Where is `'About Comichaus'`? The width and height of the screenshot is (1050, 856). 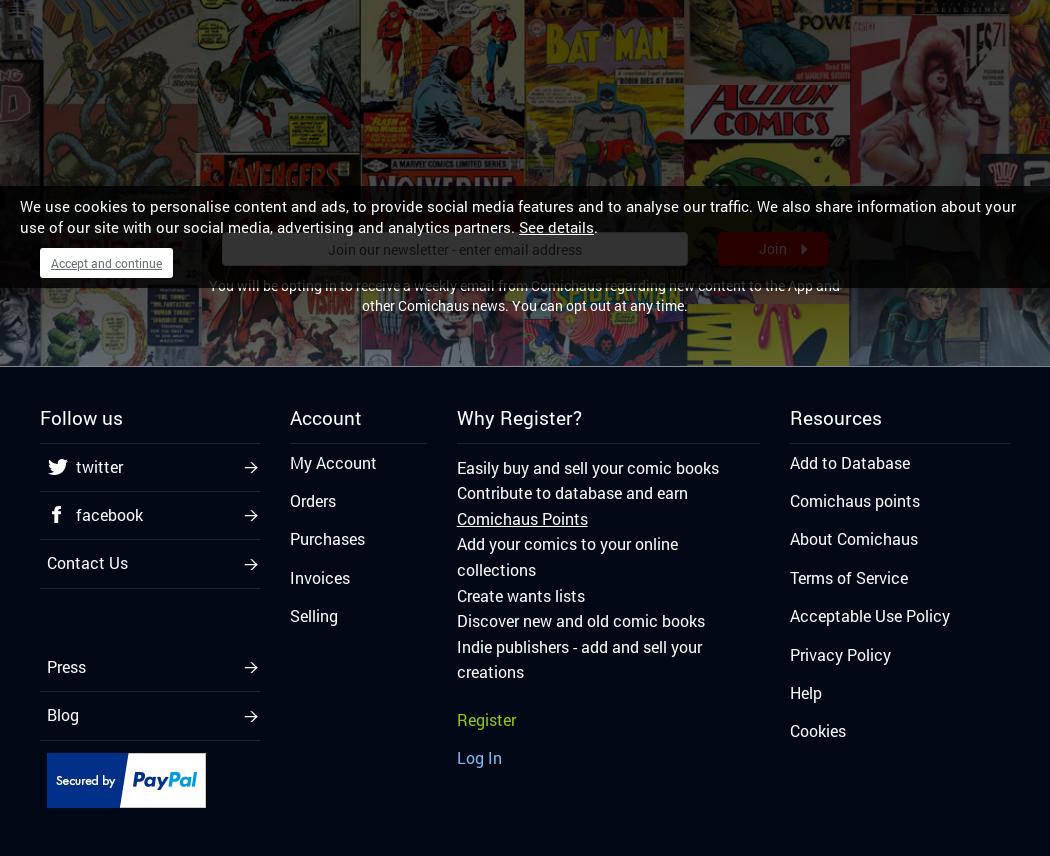 'About Comichaus' is located at coordinates (853, 537).